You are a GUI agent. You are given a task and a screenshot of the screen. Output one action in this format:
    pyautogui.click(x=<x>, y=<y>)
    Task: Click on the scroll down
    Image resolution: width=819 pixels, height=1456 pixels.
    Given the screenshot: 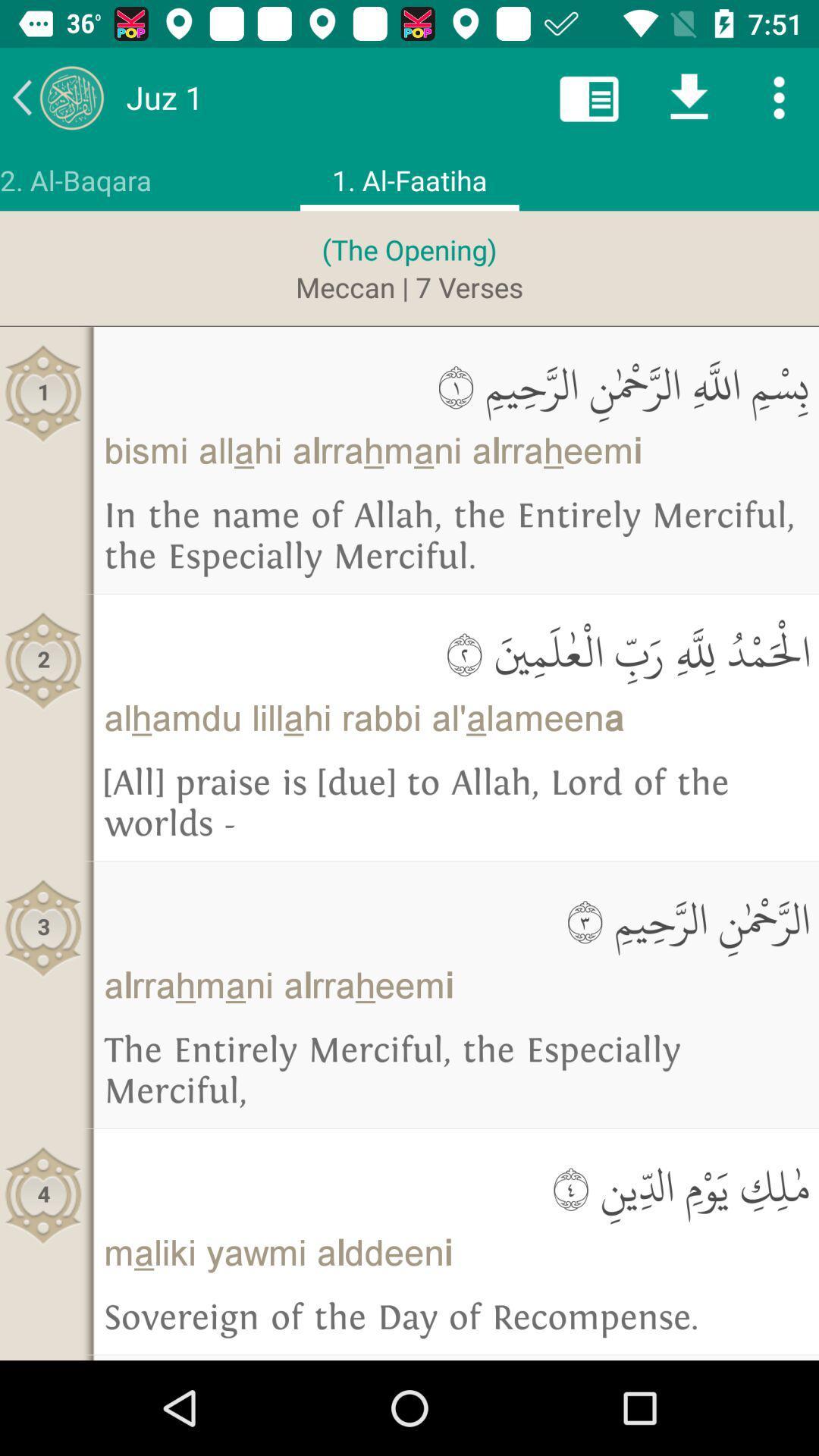 What is the action you would take?
    pyautogui.click(x=689, y=96)
    